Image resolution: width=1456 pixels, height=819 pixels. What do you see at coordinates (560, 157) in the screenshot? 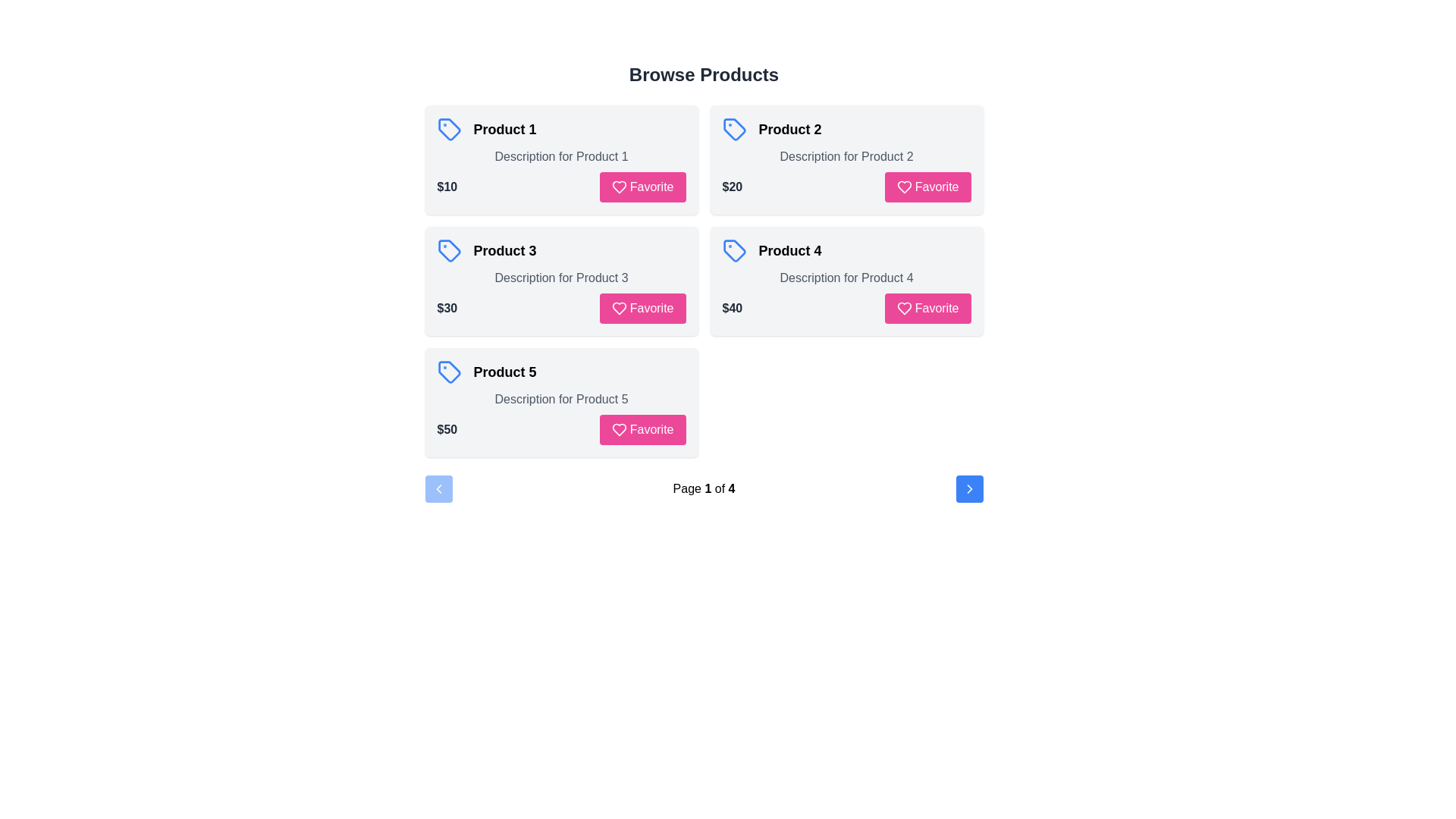
I see `the text label providing details about 'Product 1', located in the upper-left product card, below the title and above the price` at bounding box center [560, 157].